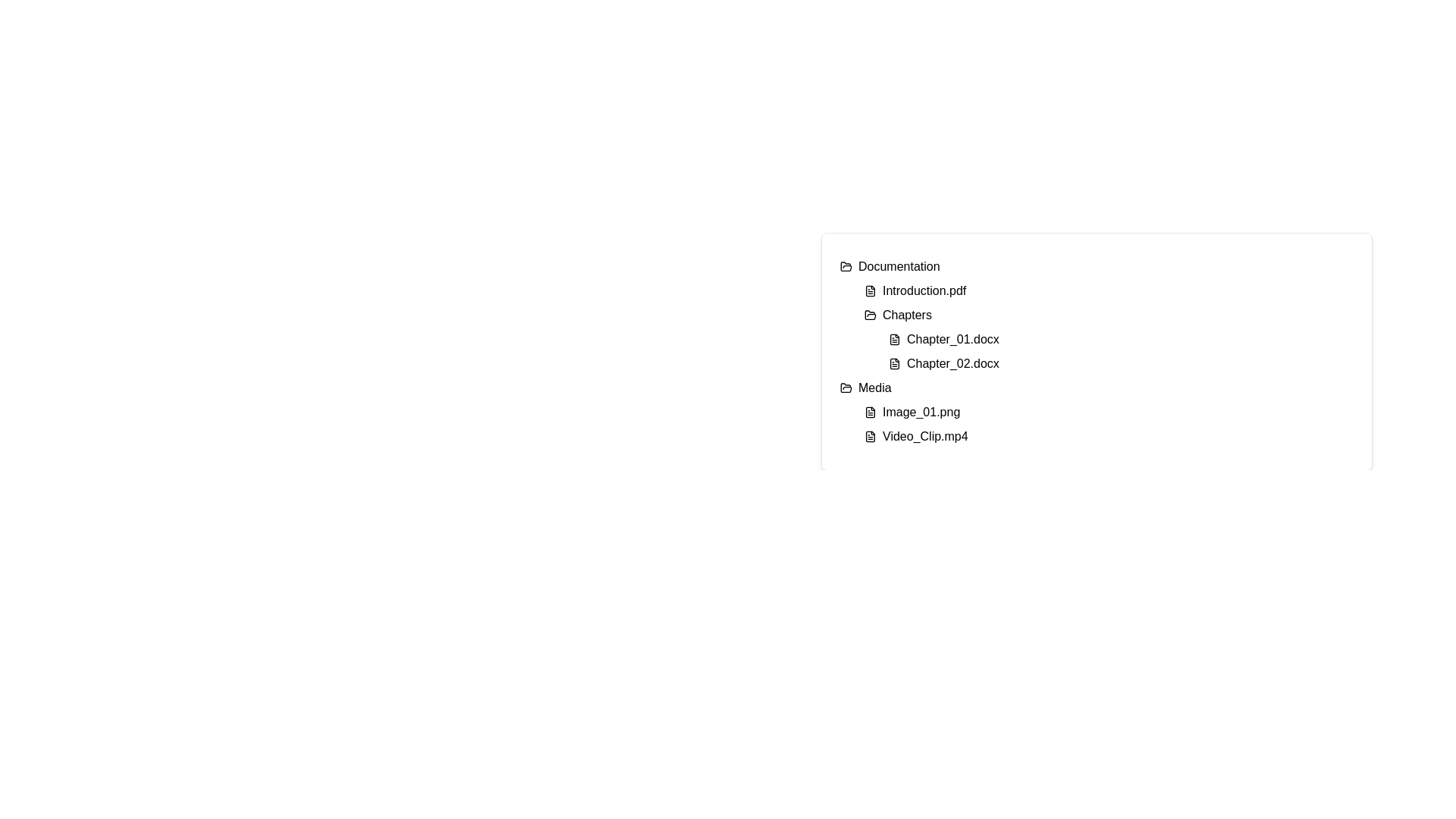 The height and width of the screenshot is (819, 1456). Describe the element at coordinates (870, 412) in the screenshot. I see `the document icon representing 'Image_01.png' in the Media folder, which is a stylized outline of a file with horizontal lines simulating text` at that location.